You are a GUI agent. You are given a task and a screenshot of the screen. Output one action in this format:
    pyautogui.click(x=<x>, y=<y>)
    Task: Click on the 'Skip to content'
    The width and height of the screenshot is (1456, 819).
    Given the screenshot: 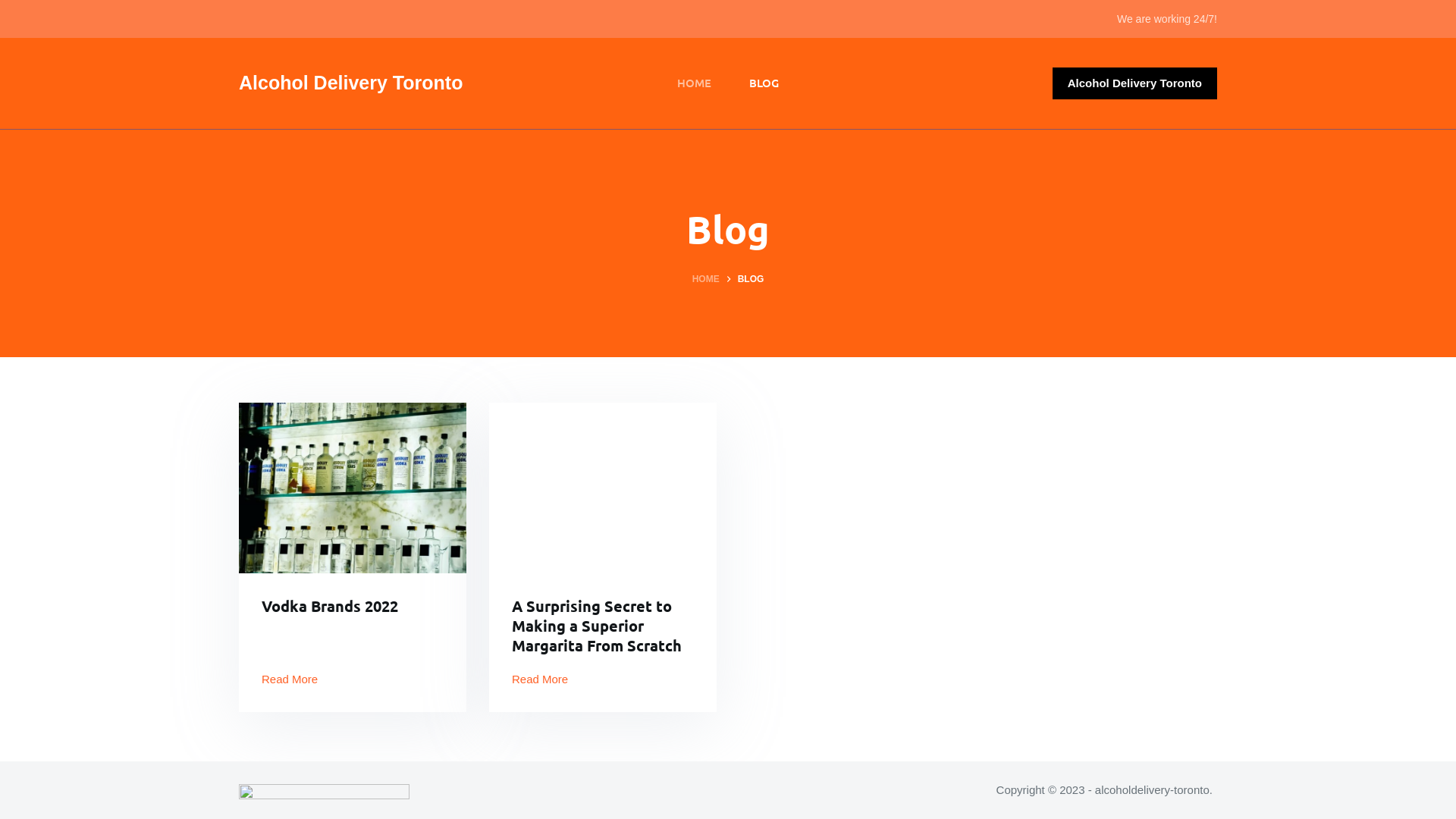 What is the action you would take?
    pyautogui.click(x=14, y=8)
    